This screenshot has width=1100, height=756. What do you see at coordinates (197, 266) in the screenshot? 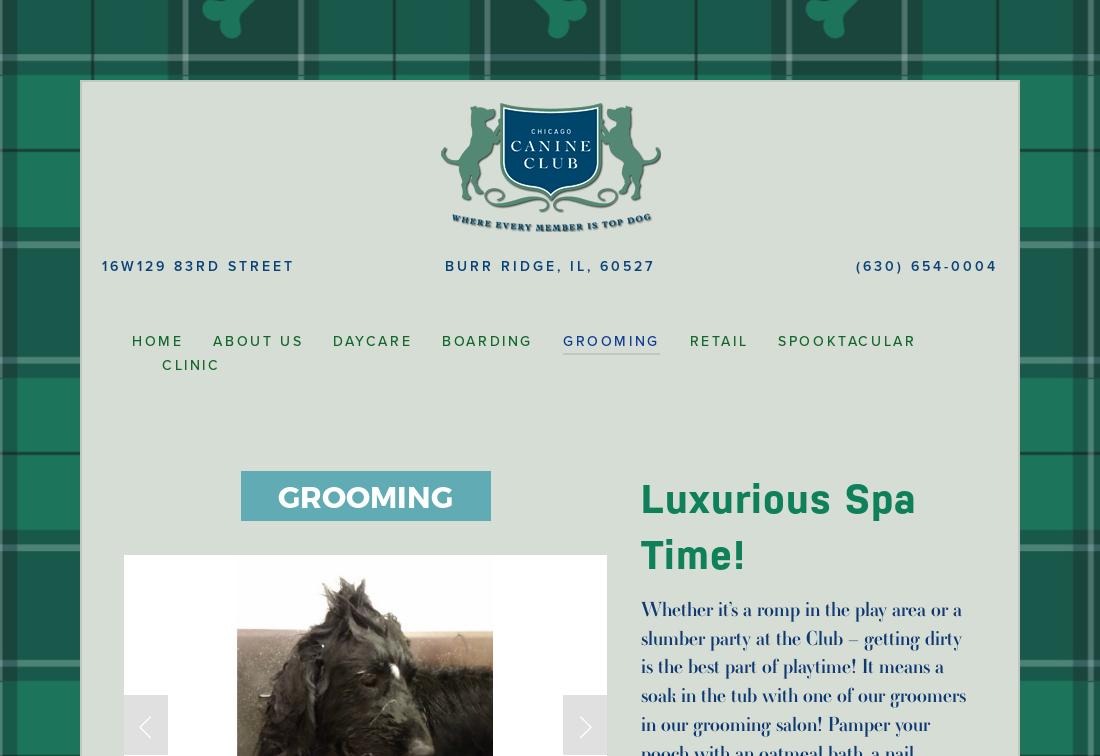
I see `'16W129 83rd Street'` at bounding box center [197, 266].